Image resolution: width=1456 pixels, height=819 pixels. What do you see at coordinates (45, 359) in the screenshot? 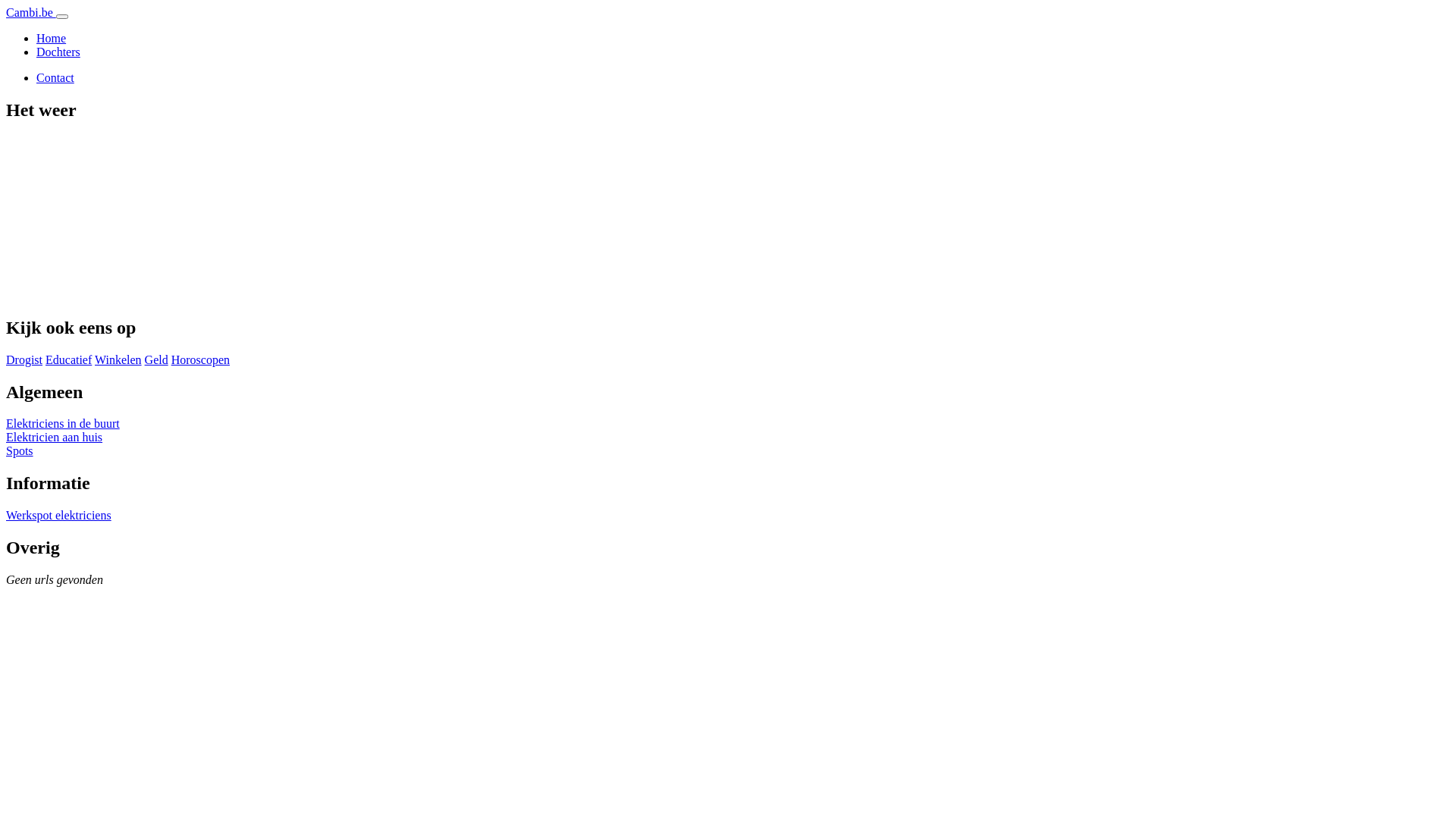
I see `'Educatief'` at bounding box center [45, 359].